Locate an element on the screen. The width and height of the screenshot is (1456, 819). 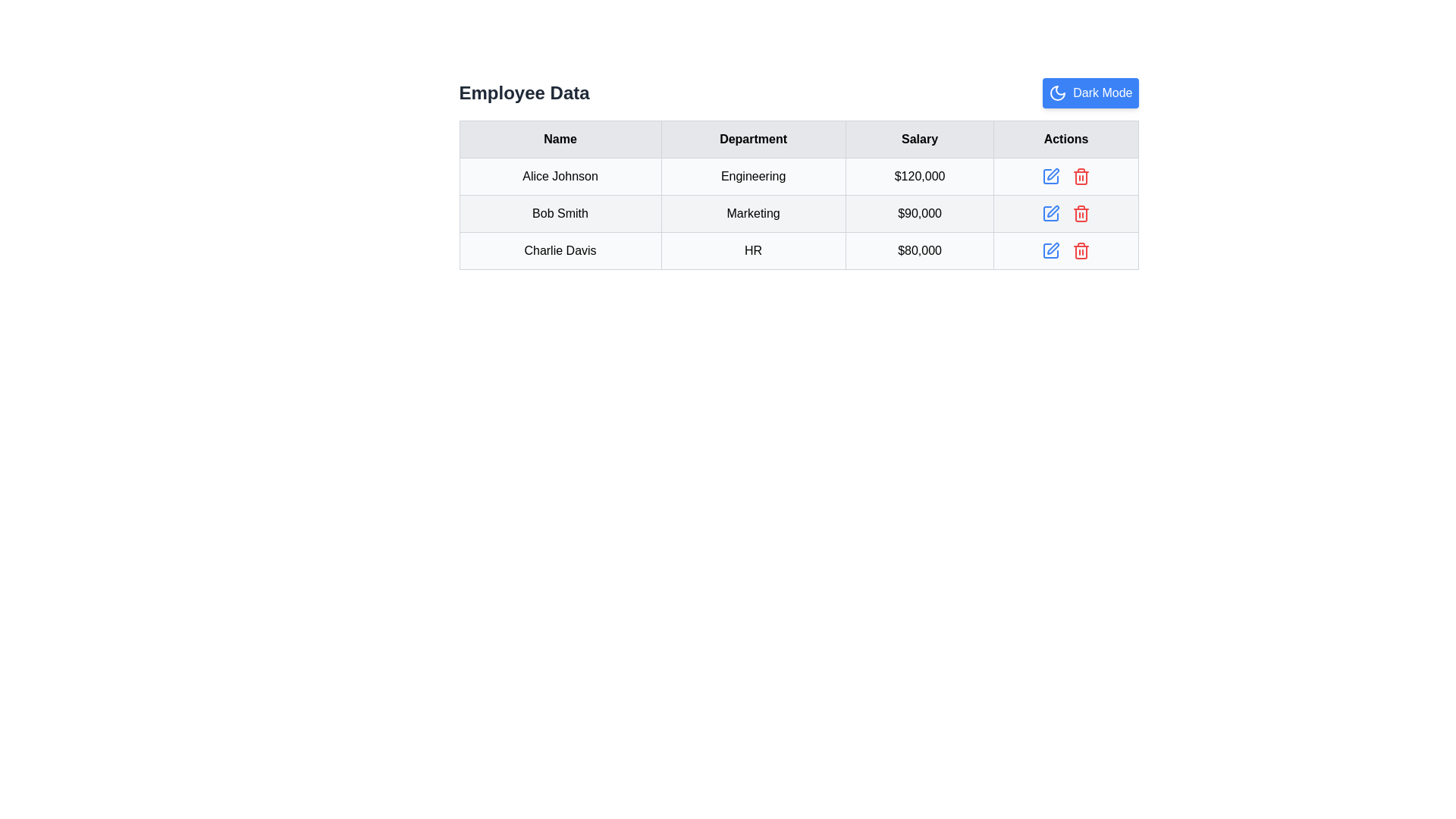
text label 'Dark Mode' which indicates the feature to toggle the dark mode theme of the application, located in the upper-right corner of the interface within the button labeled 'Dark Mode.' is located at coordinates (1103, 93).